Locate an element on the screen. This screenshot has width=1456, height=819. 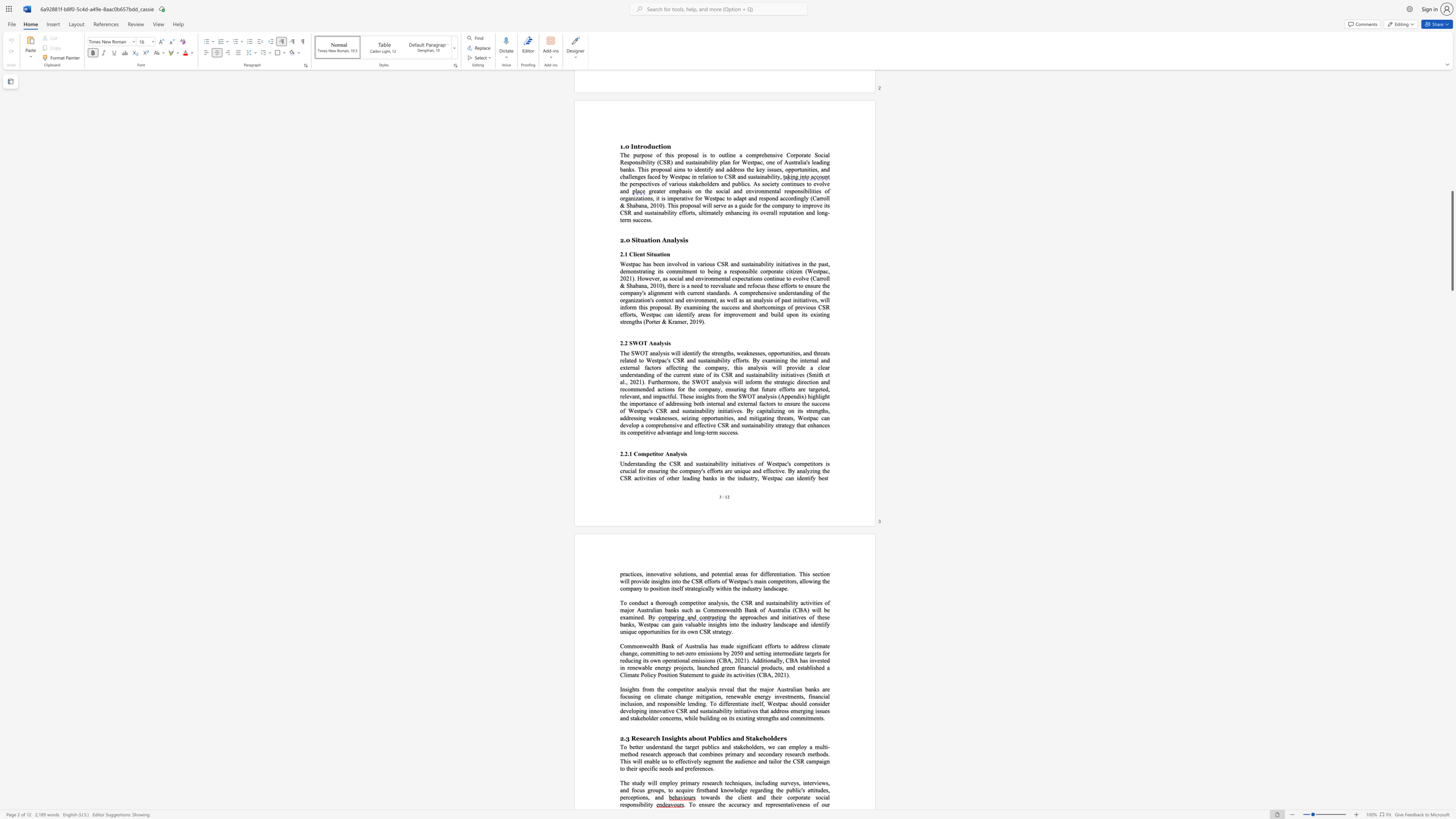
the subset text "rveys, interviews, and focus gr" within the text "The study will employ primary research techniques, including surveys, interviews, and focus groups, to" is located at coordinates (785, 782).